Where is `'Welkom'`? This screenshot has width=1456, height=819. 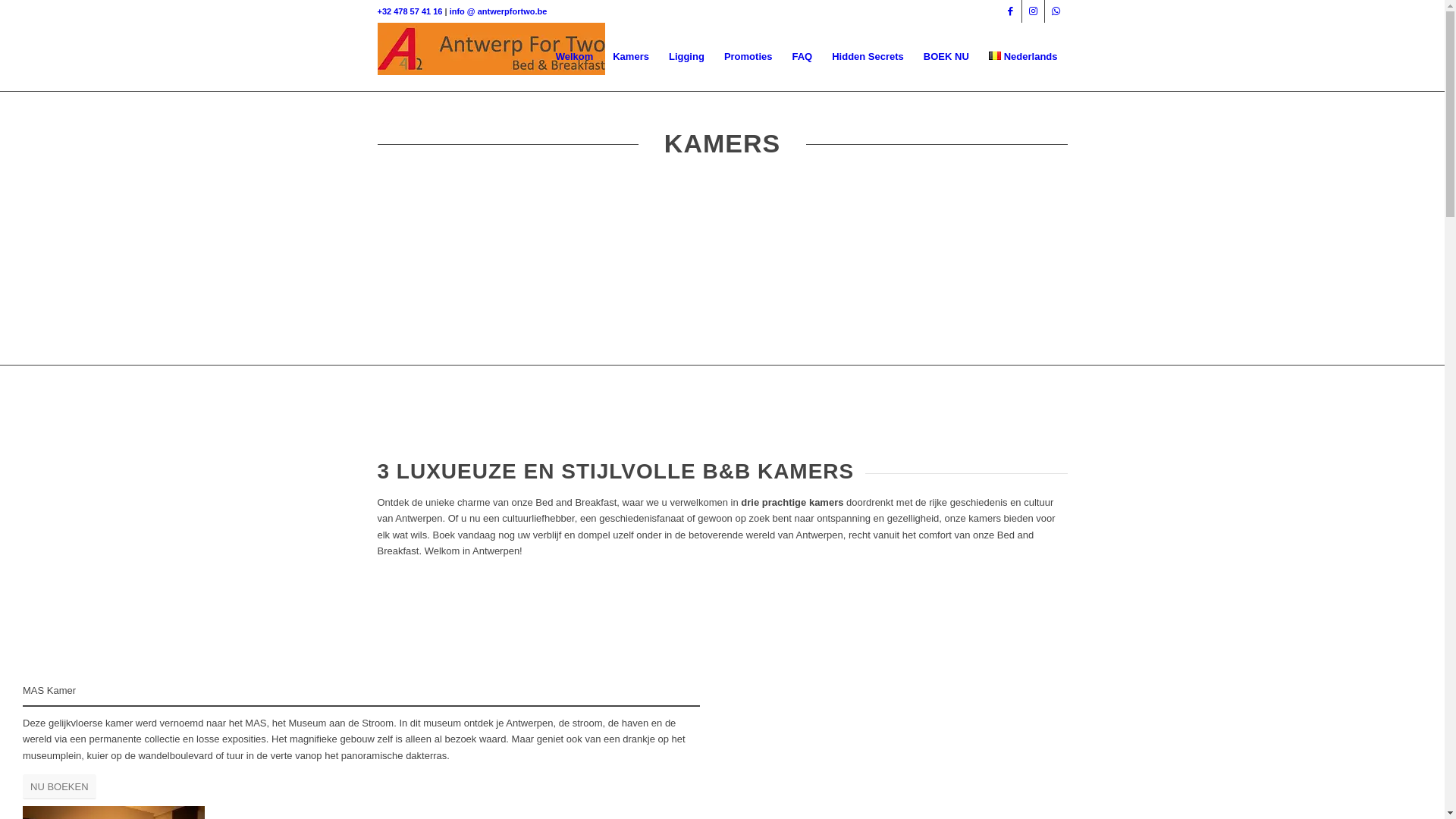
'Welkom' is located at coordinates (574, 55).